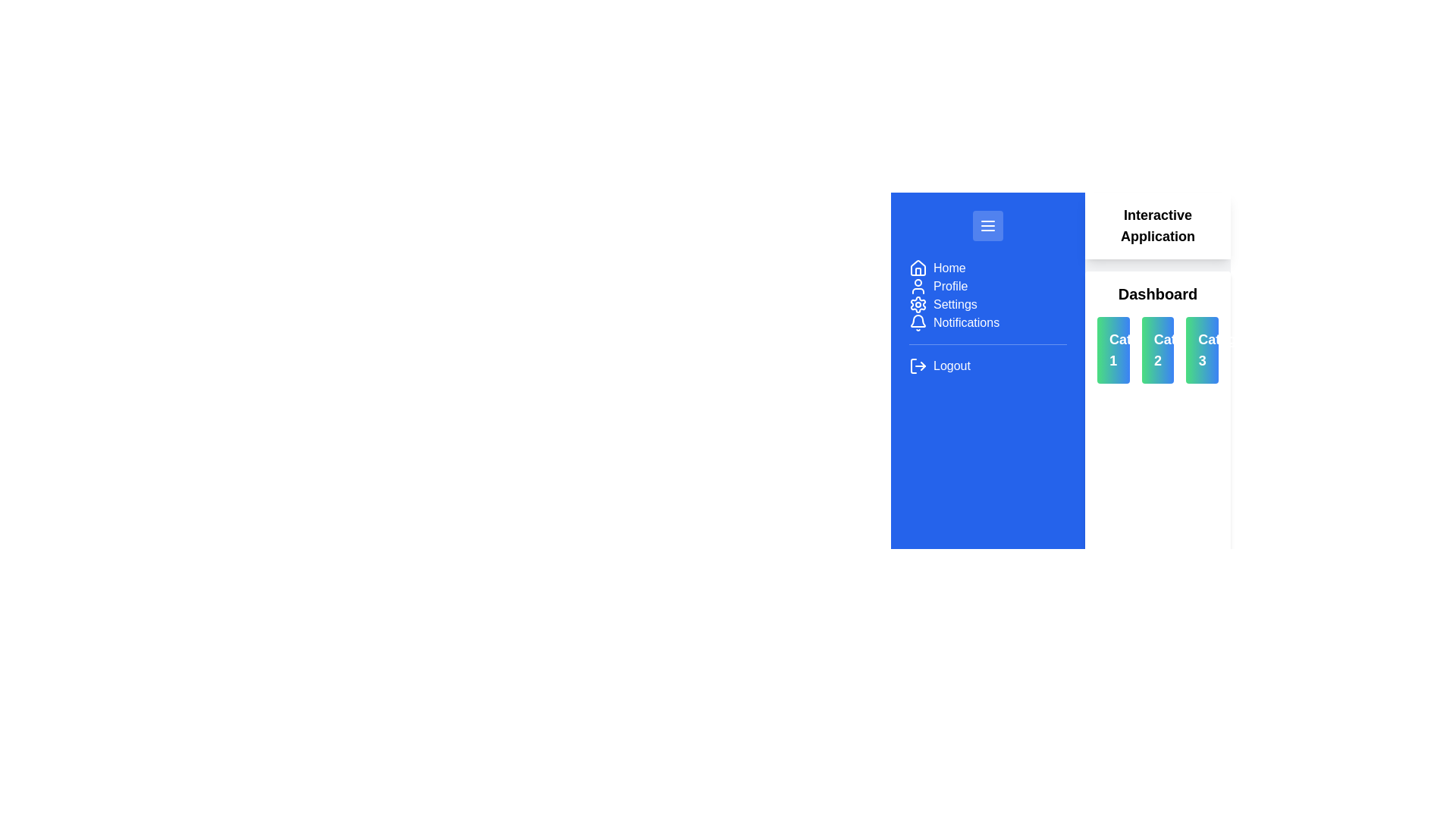  Describe the element at coordinates (917, 268) in the screenshot. I see `the house icon in the navigation menu on the left side of the interface, which is situated under the 'Home' section and to the left of the 'Home' text` at that location.